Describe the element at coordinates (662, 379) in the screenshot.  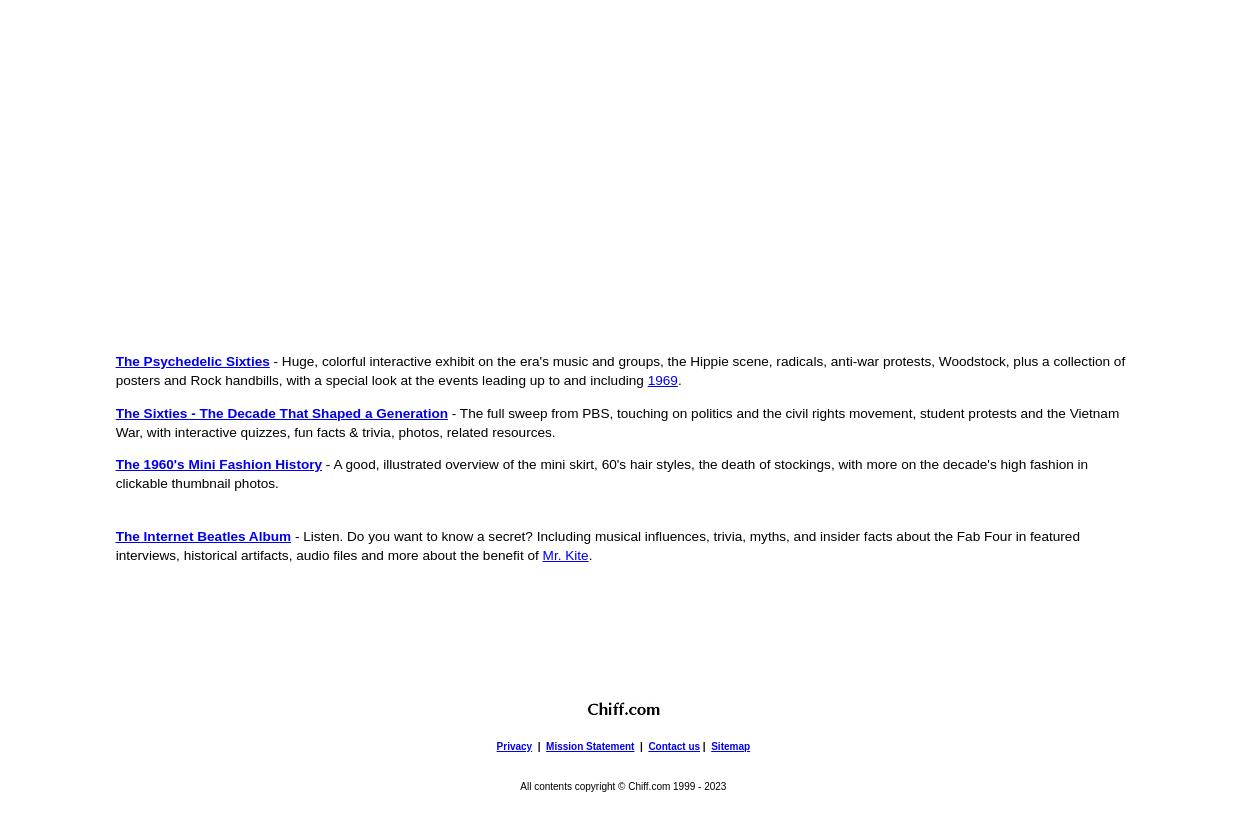
I see `'1969'` at that location.